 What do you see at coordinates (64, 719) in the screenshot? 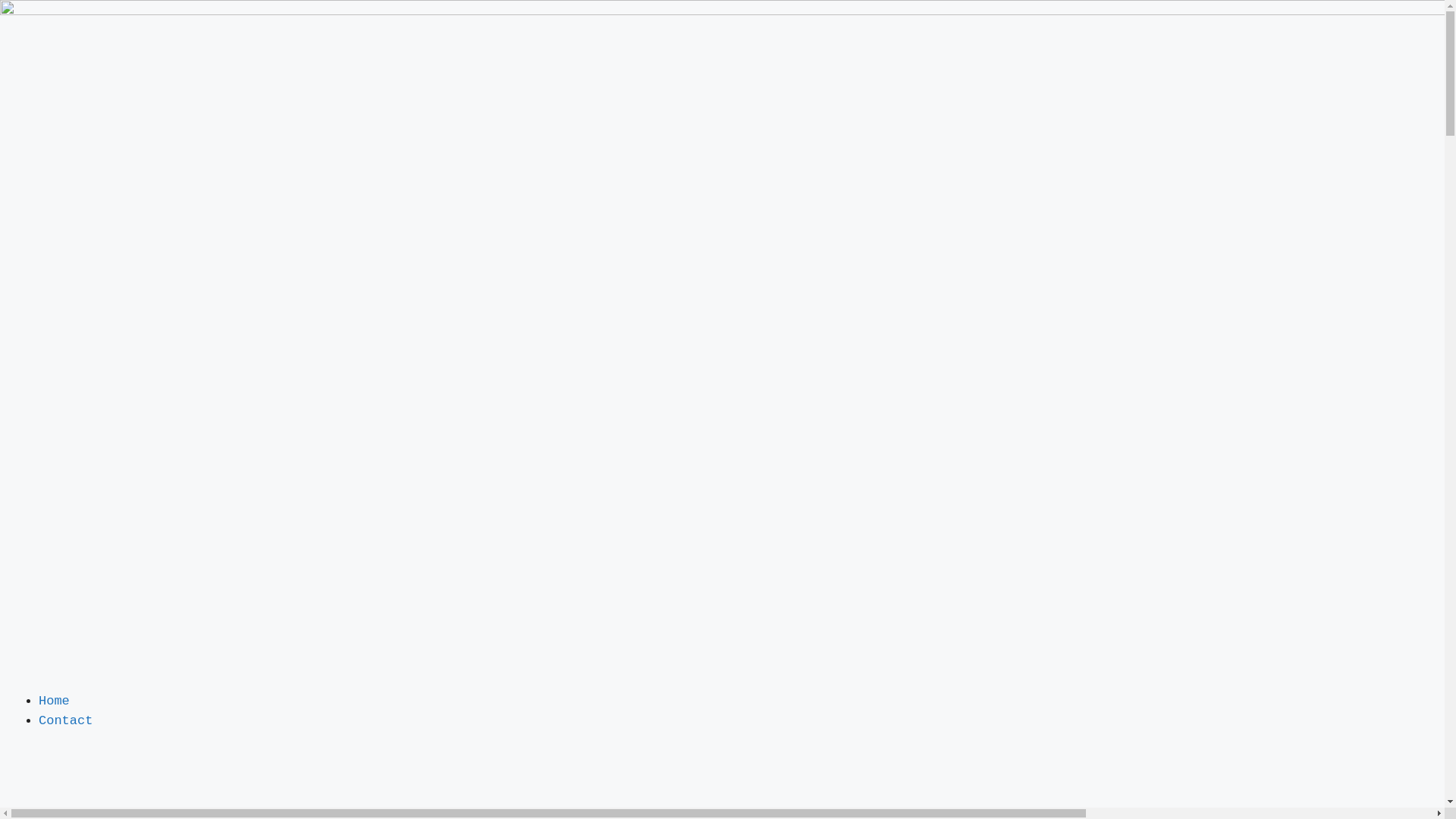
I see `'Contact'` at bounding box center [64, 719].